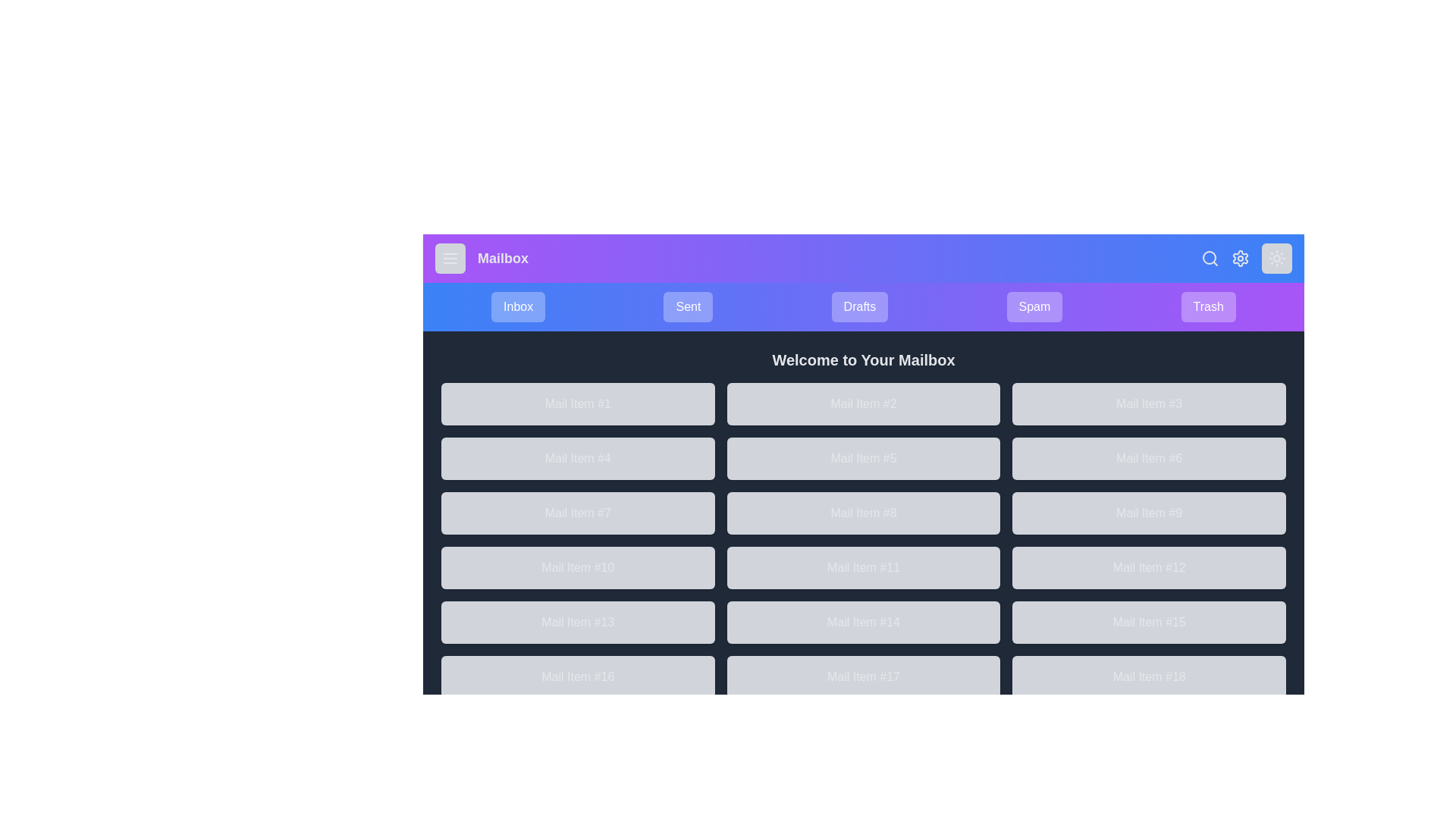  Describe the element at coordinates (1207, 307) in the screenshot. I see `the navigation or action element Trash` at that location.